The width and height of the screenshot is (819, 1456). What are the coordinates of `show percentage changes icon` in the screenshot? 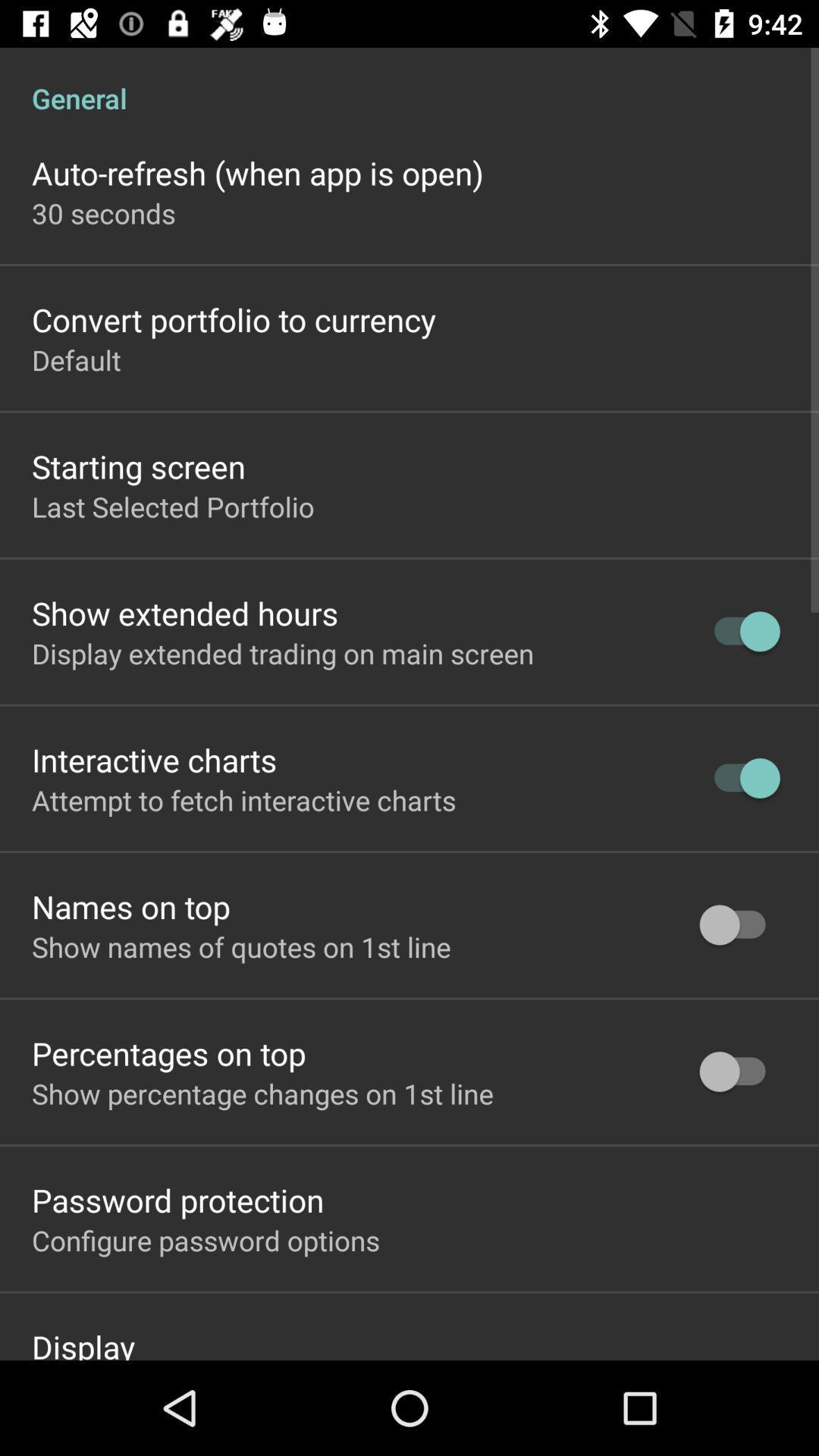 It's located at (262, 1094).